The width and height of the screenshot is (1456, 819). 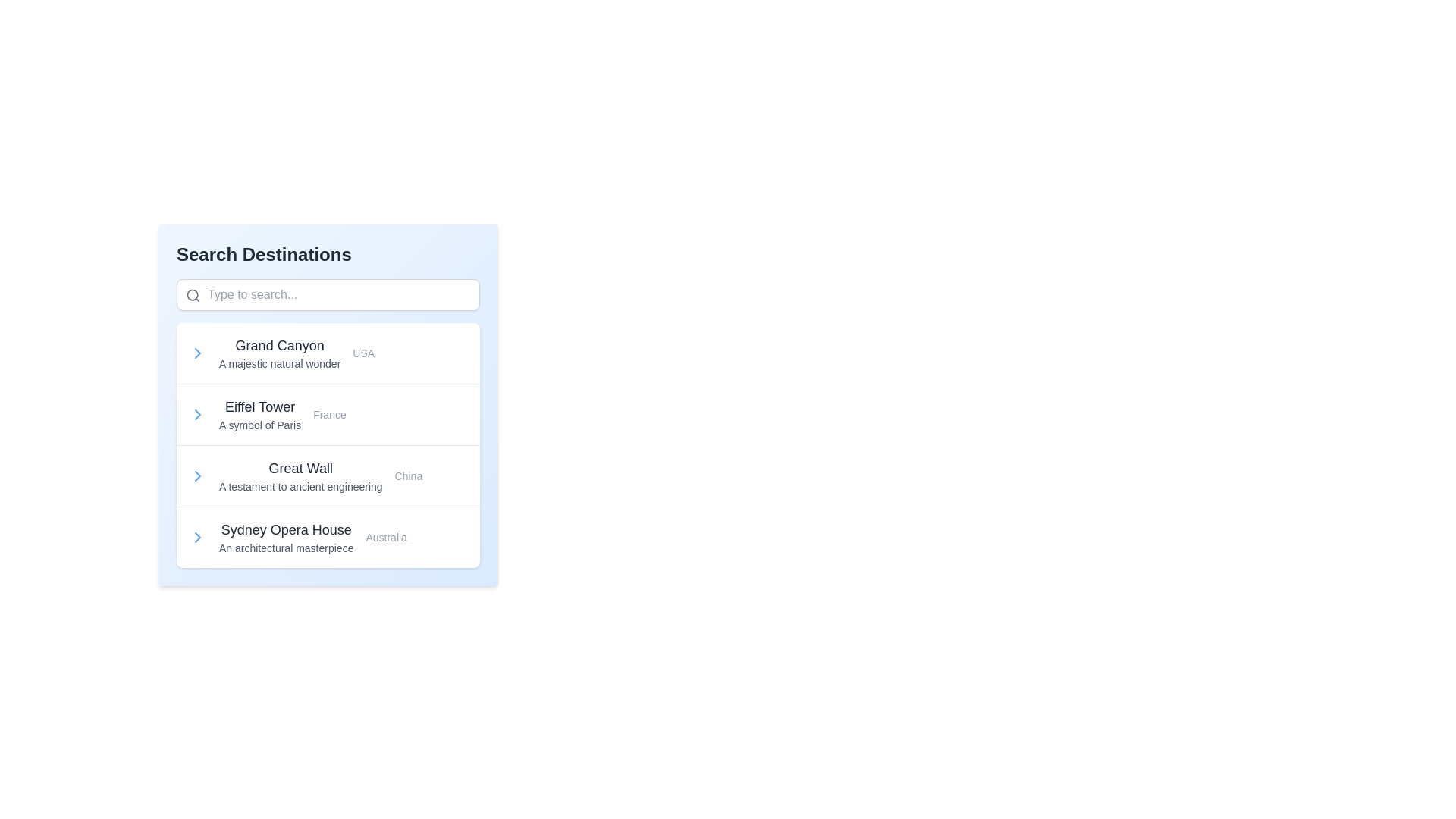 I want to click on the light gray magnifying glass icon located in the search bar labeled 'Type to search...', so click(x=192, y=295).